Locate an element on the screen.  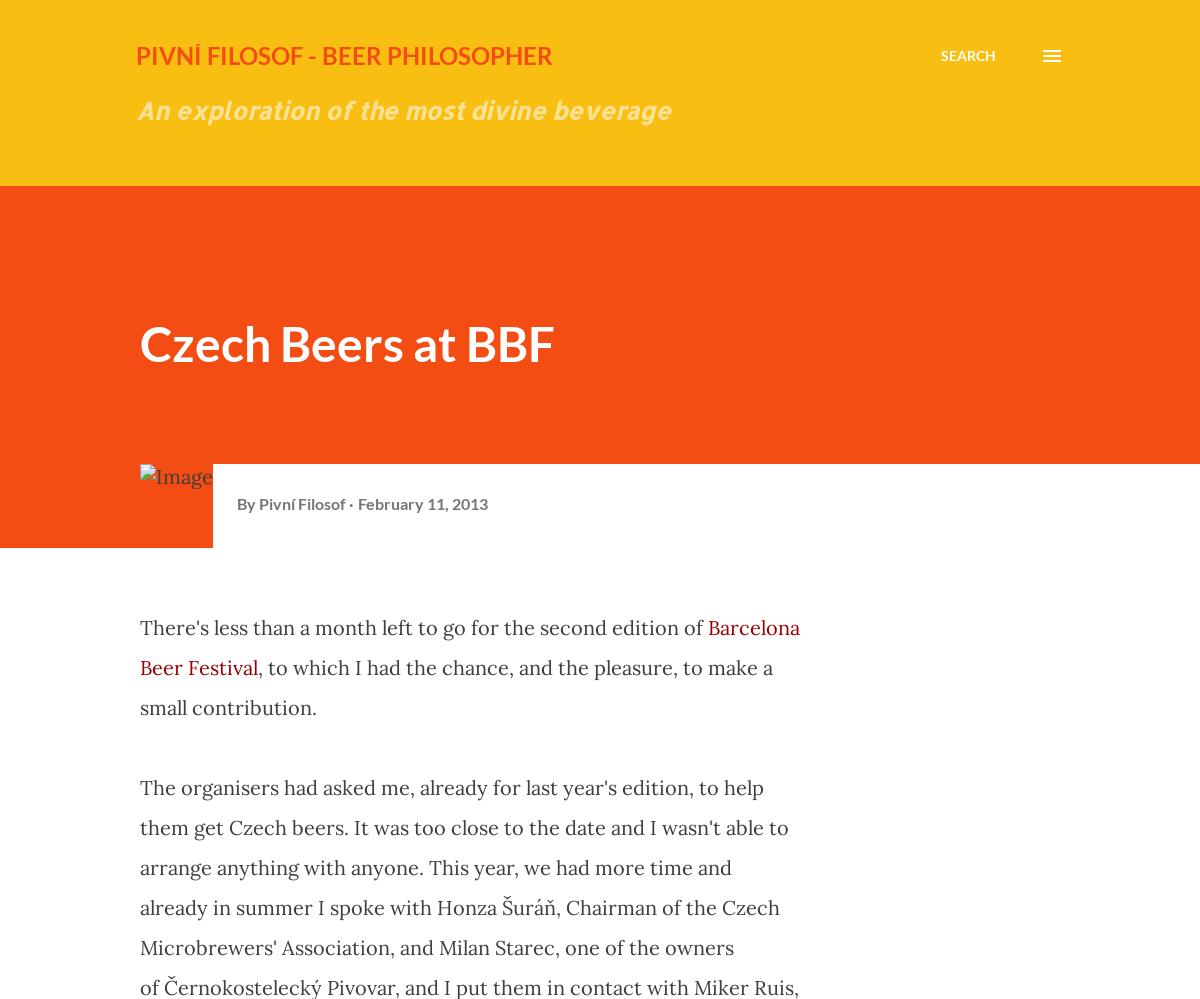
'Barcelona Beer Festival' is located at coordinates (469, 646).